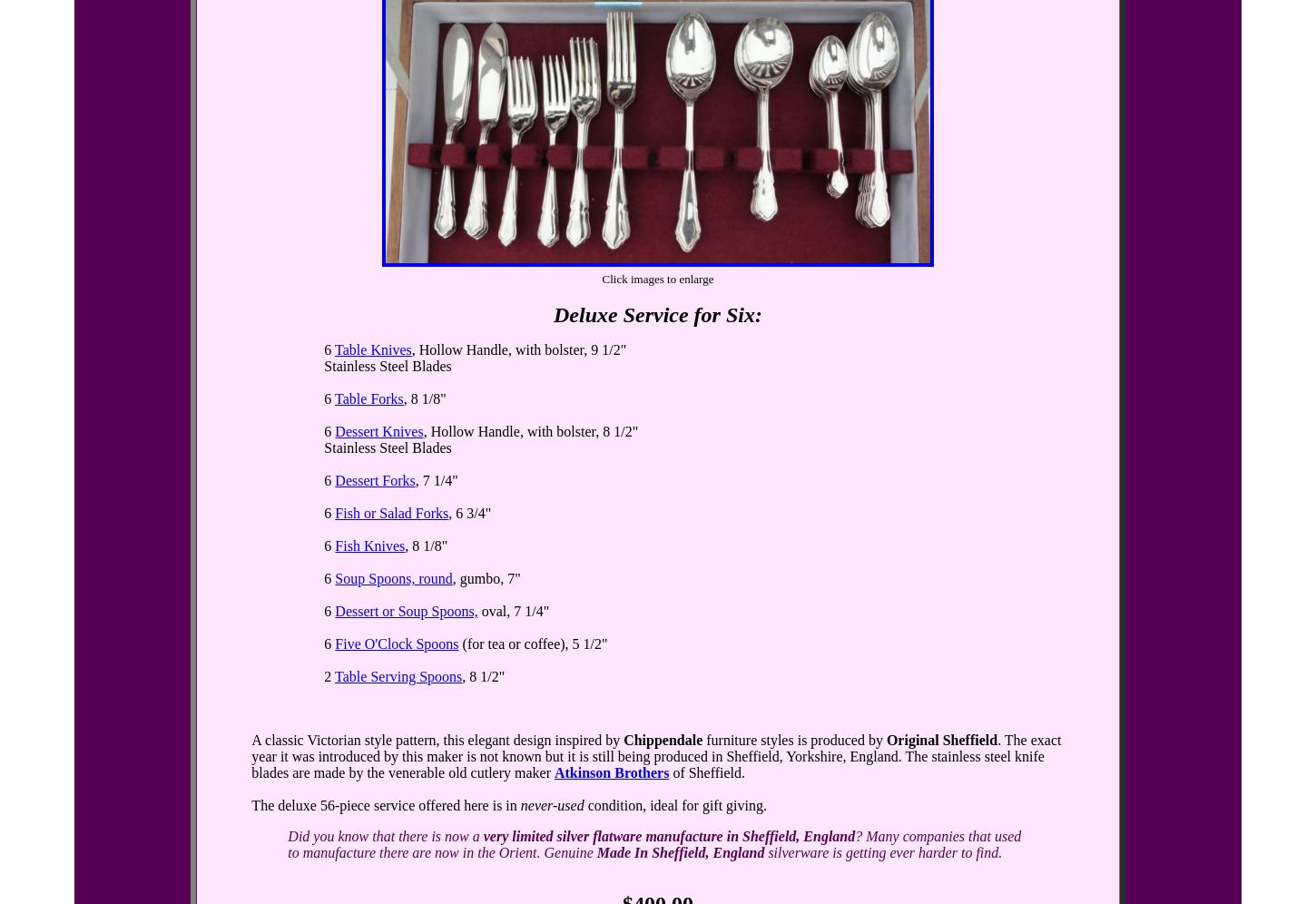 This screenshot has width=1316, height=904. Describe the element at coordinates (669, 772) in the screenshot. I see `'of Sheffield.'` at that location.